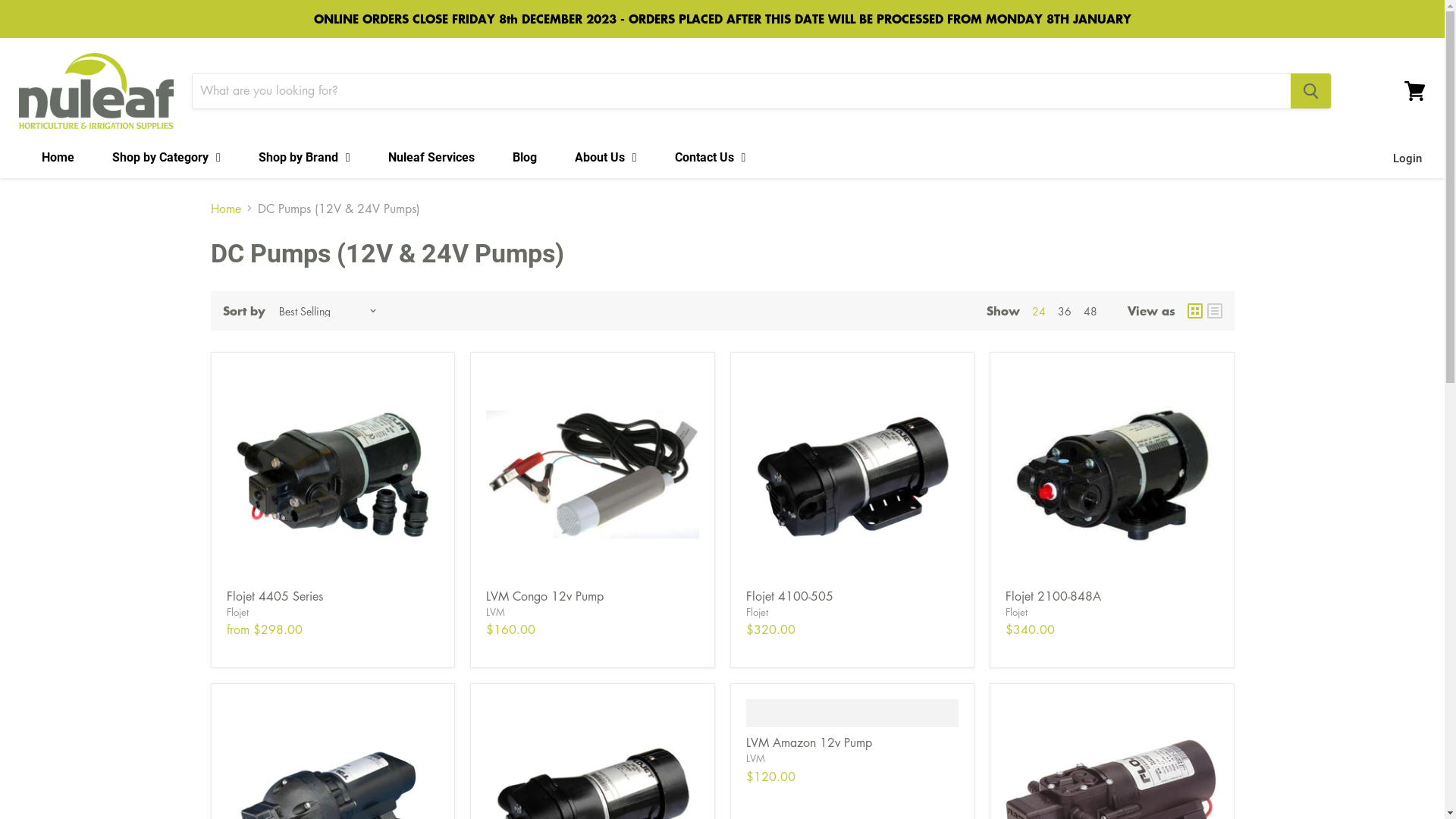  I want to click on 'About Us', so click(601, 157).